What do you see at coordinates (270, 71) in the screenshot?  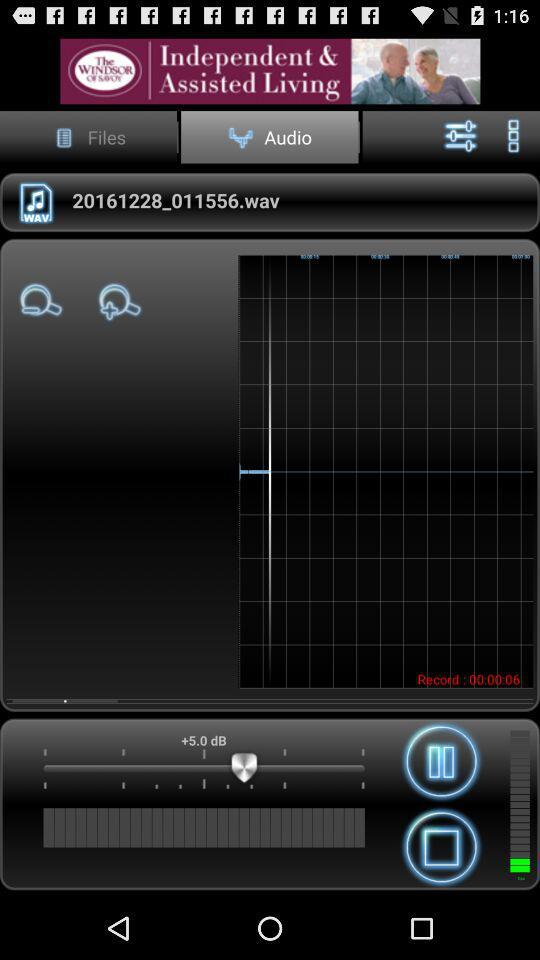 I see `details` at bounding box center [270, 71].